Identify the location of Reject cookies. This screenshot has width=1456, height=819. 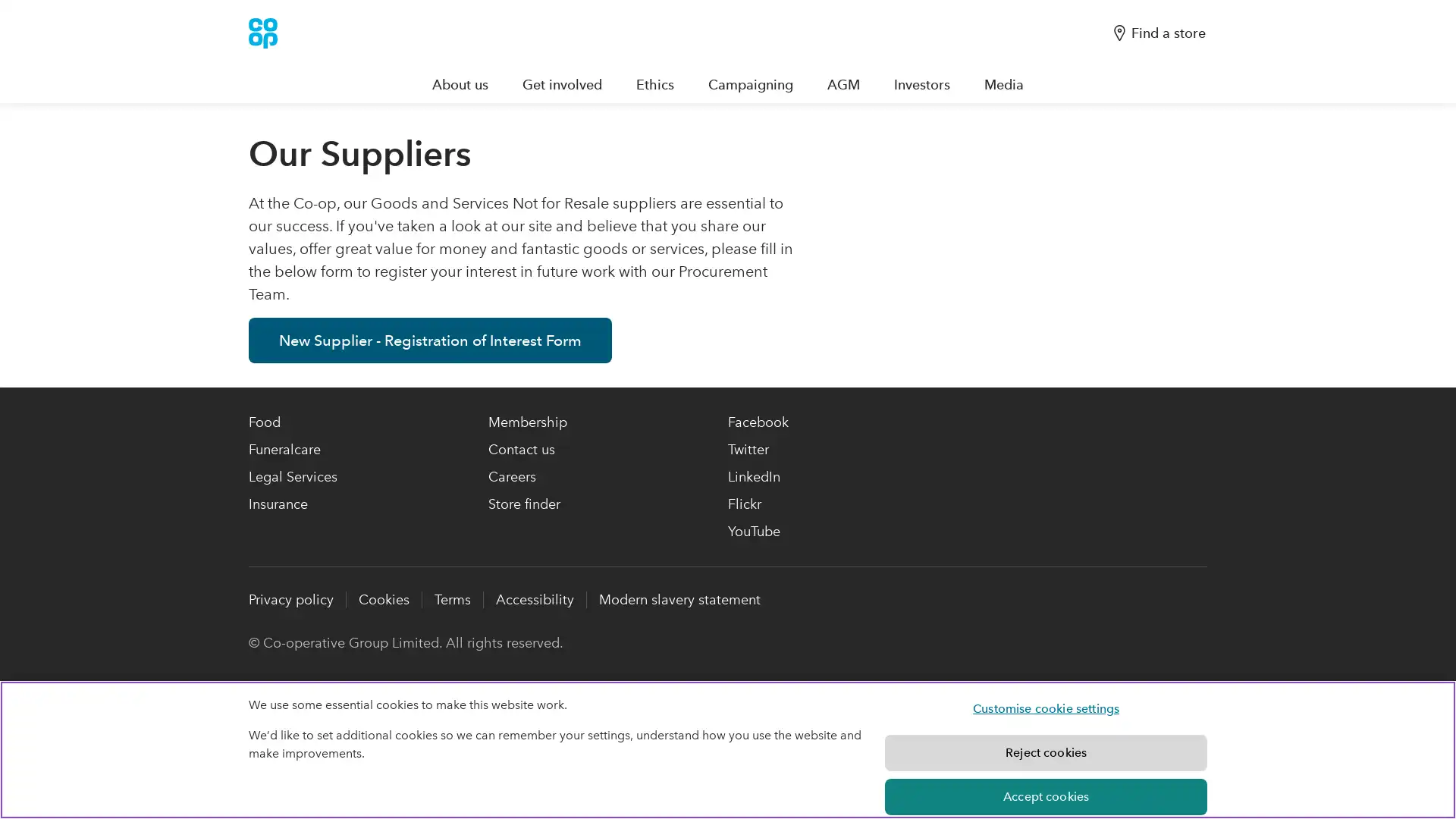
(1044, 752).